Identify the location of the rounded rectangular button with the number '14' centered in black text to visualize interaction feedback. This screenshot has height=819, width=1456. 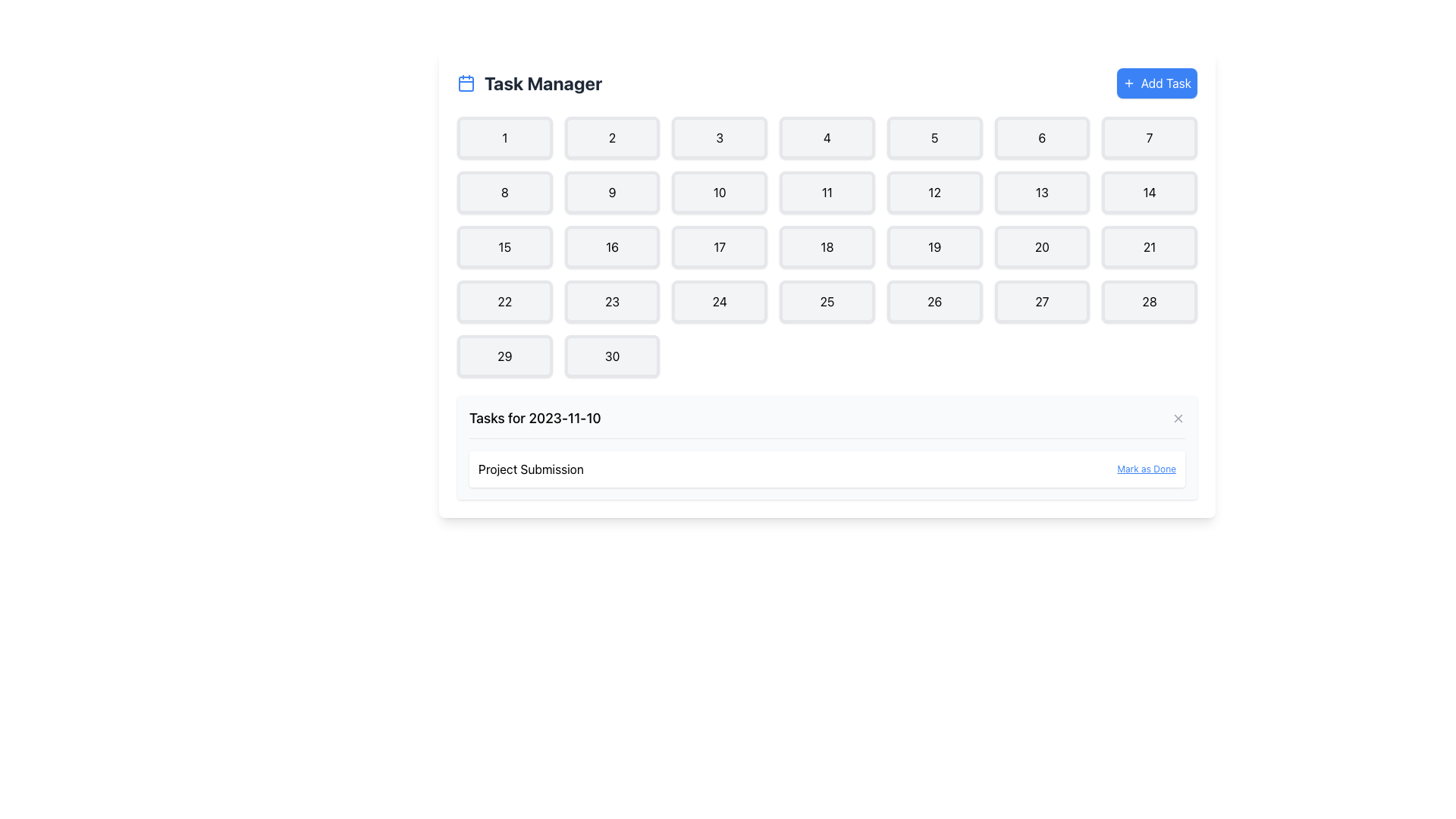
(1150, 192).